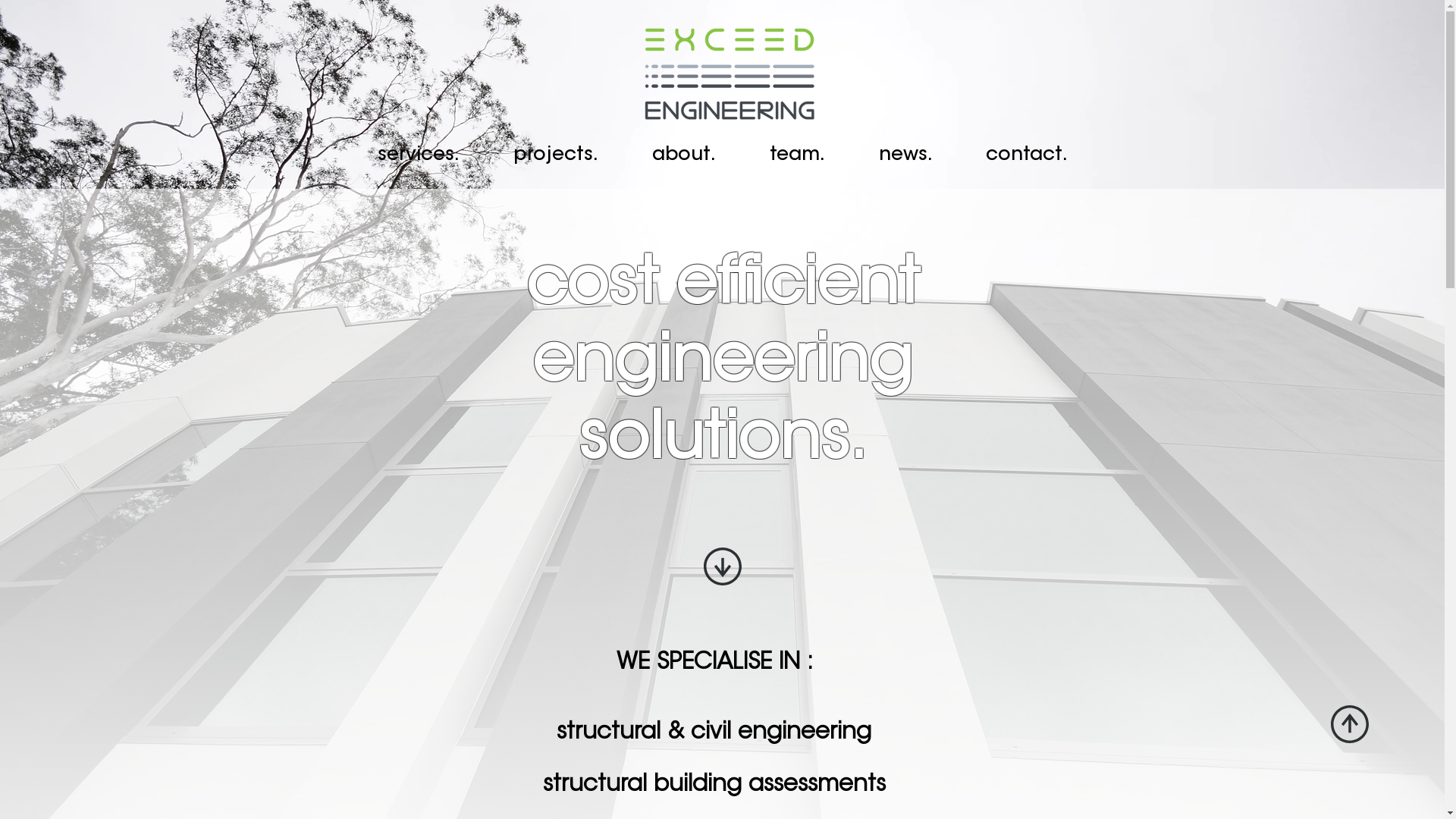 The image size is (1456, 819). What do you see at coordinates (487, 155) in the screenshot?
I see `'projects.'` at bounding box center [487, 155].